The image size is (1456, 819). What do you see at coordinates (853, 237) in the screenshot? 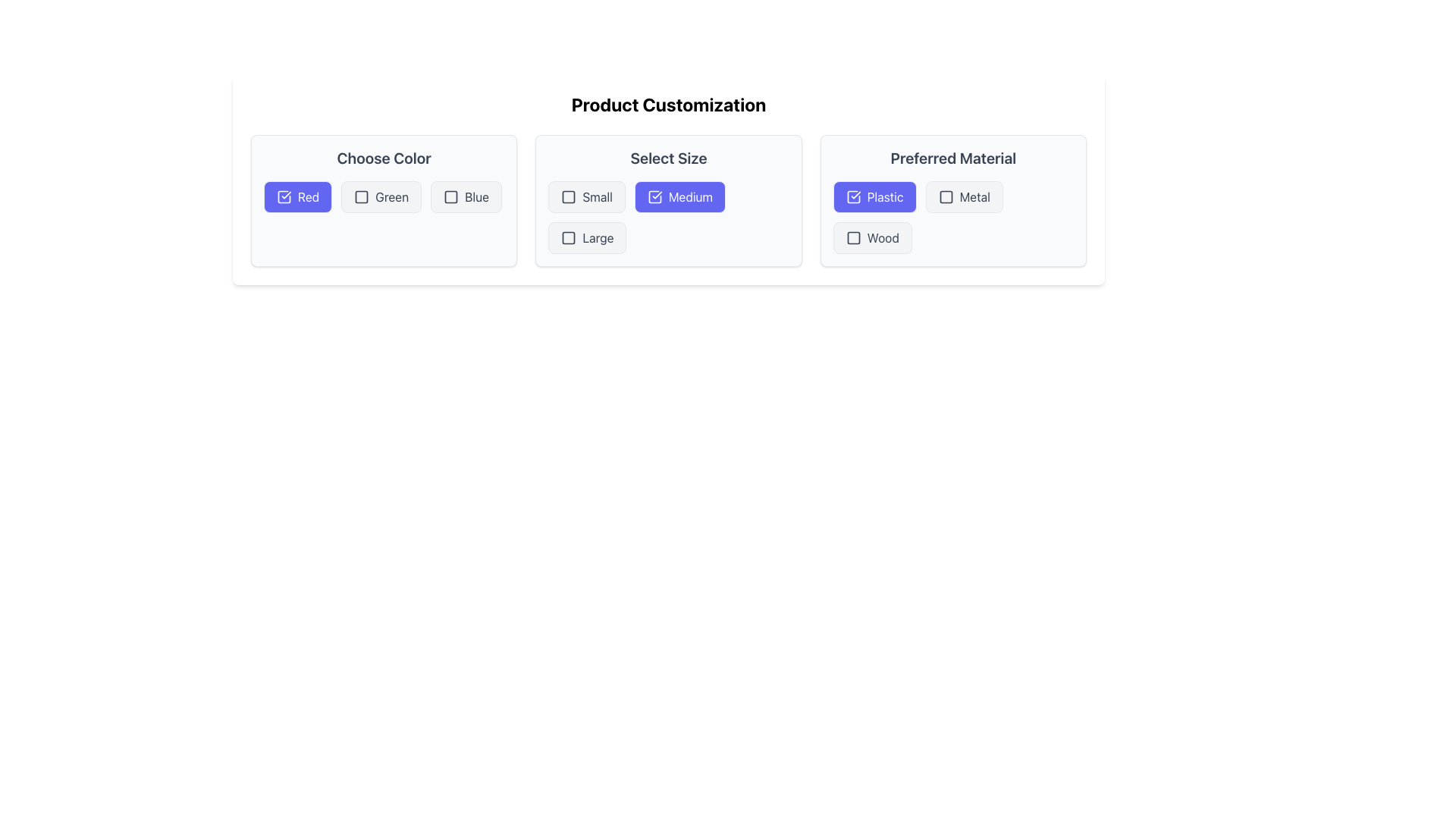
I see `the checkbox` at bounding box center [853, 237].